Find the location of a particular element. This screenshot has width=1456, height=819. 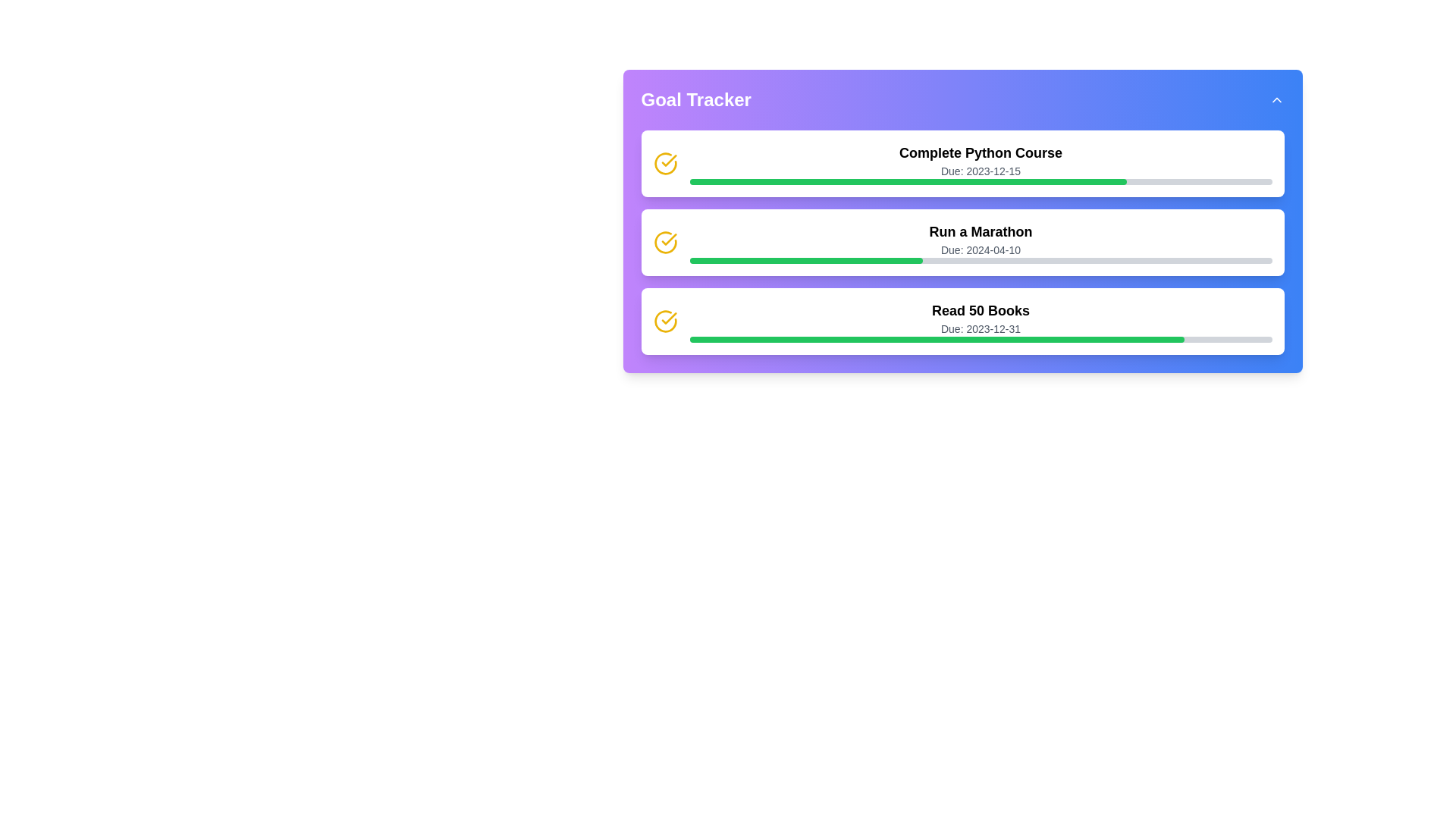

the horizontal progress bar located below the text 'Read 50 Books' and 'Due: 2023-12-31', which is the third progress bar in the Goal Tracker is located at coordinates (981, 338).